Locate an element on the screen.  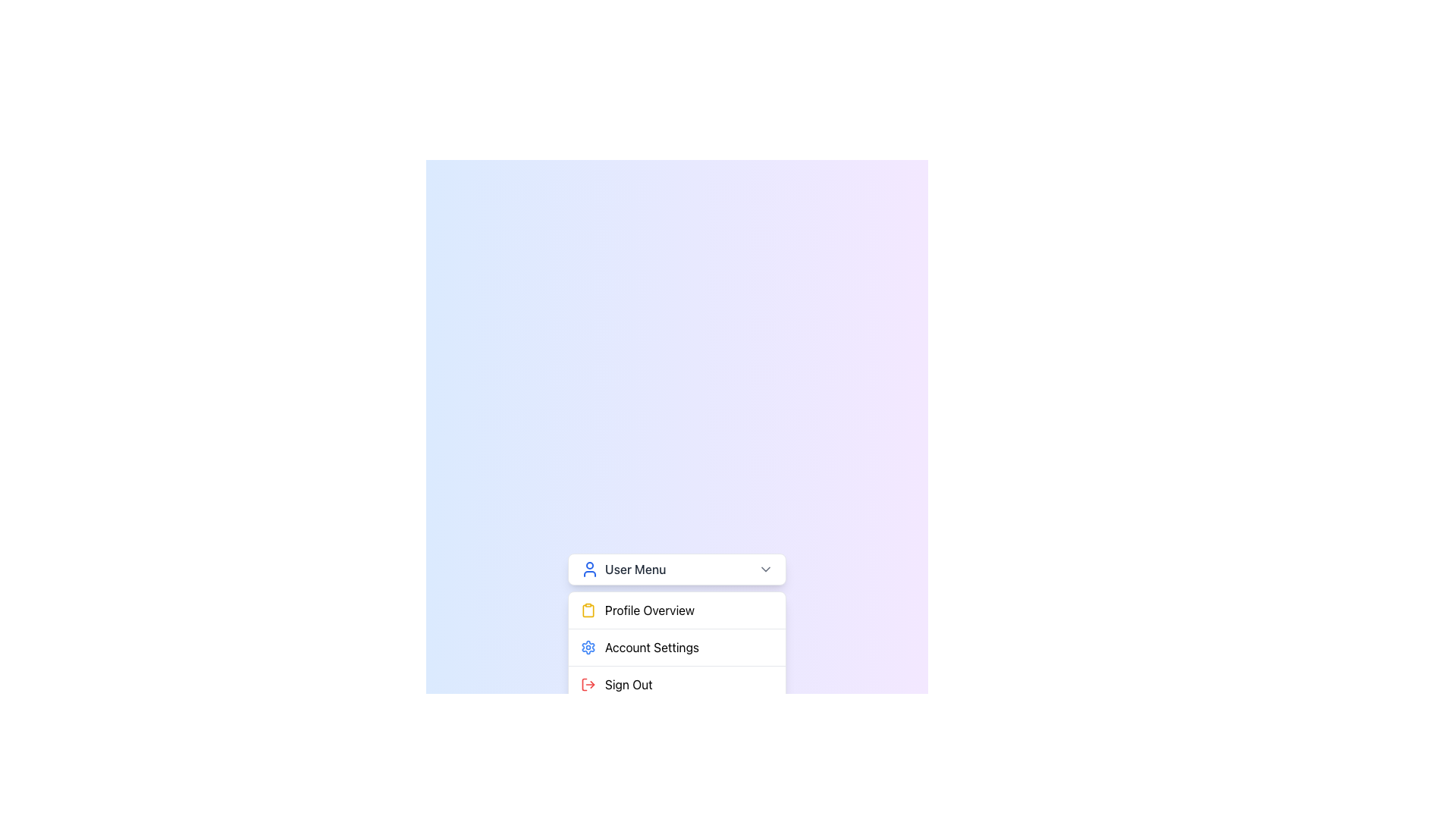
the red-colored logout icon with an arrow pointing to the right, located near the 'Sign Out' text label in the bottom-most option of the menu dropdown is located at coordinates (588, 684).